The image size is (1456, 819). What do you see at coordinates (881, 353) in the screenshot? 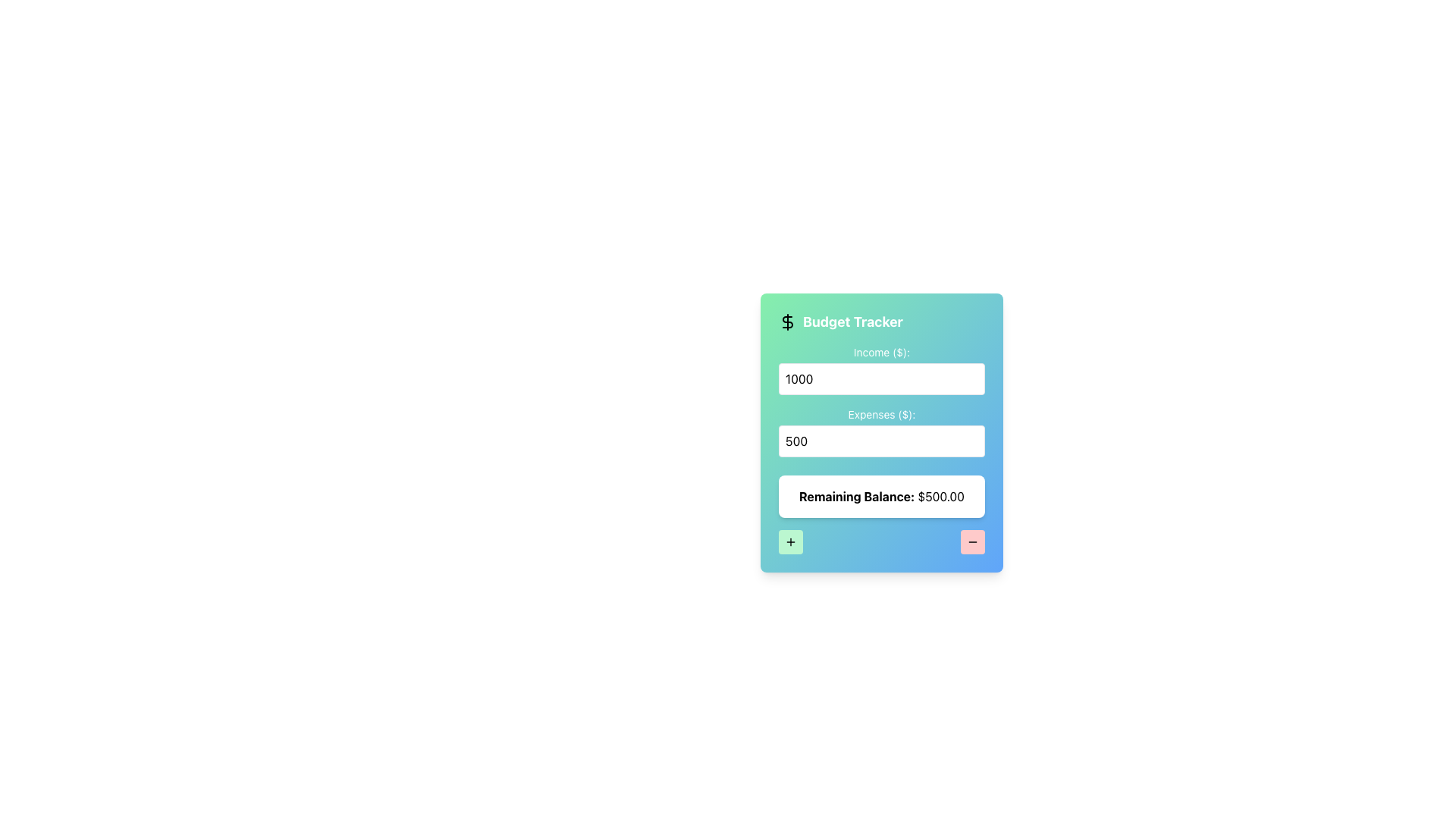
I see `the label displaying 'Income ($):' which is styled with white text on a gradient background, located at the top-left corner of the form above the income input box` at bounding box center [881, 353].